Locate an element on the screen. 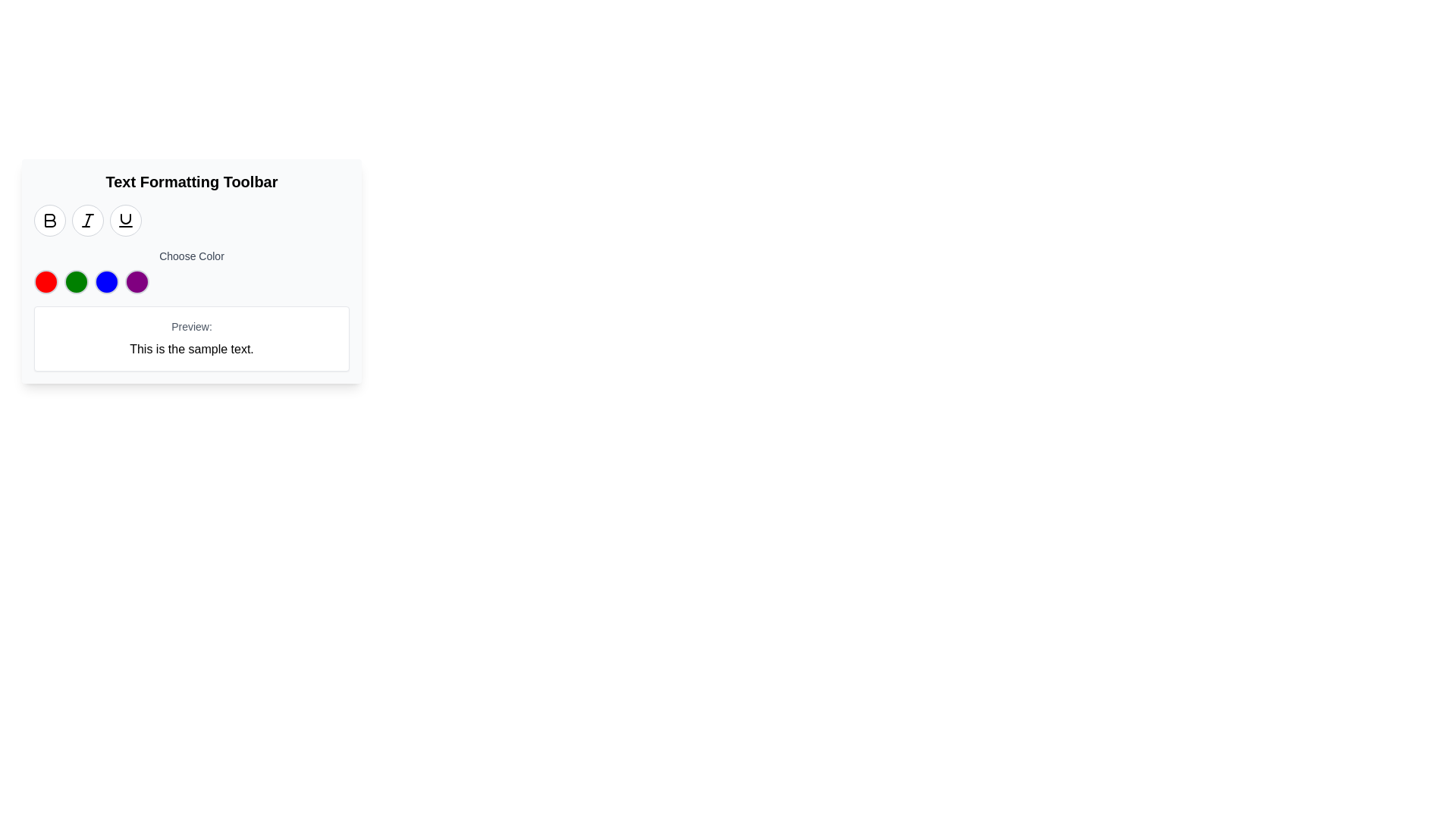  the text element displaying 'This is the sample text.' located beneath the 'Preview:' header is located at coordinates (191, 350).